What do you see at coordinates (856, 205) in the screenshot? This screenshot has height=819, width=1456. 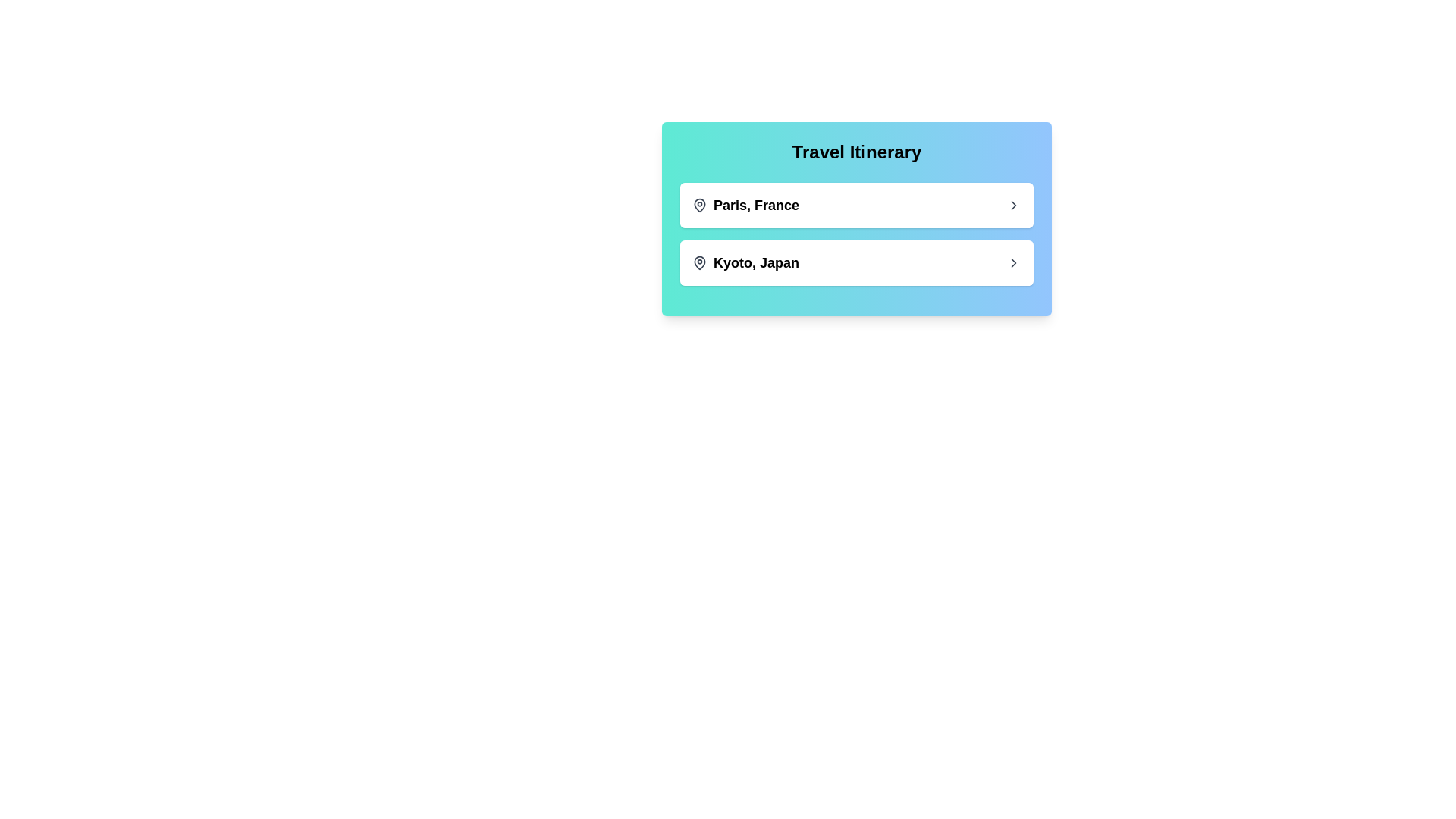 I see `the interactive row representing the destination 'Paris, France'` at bounding box center [856, 205].